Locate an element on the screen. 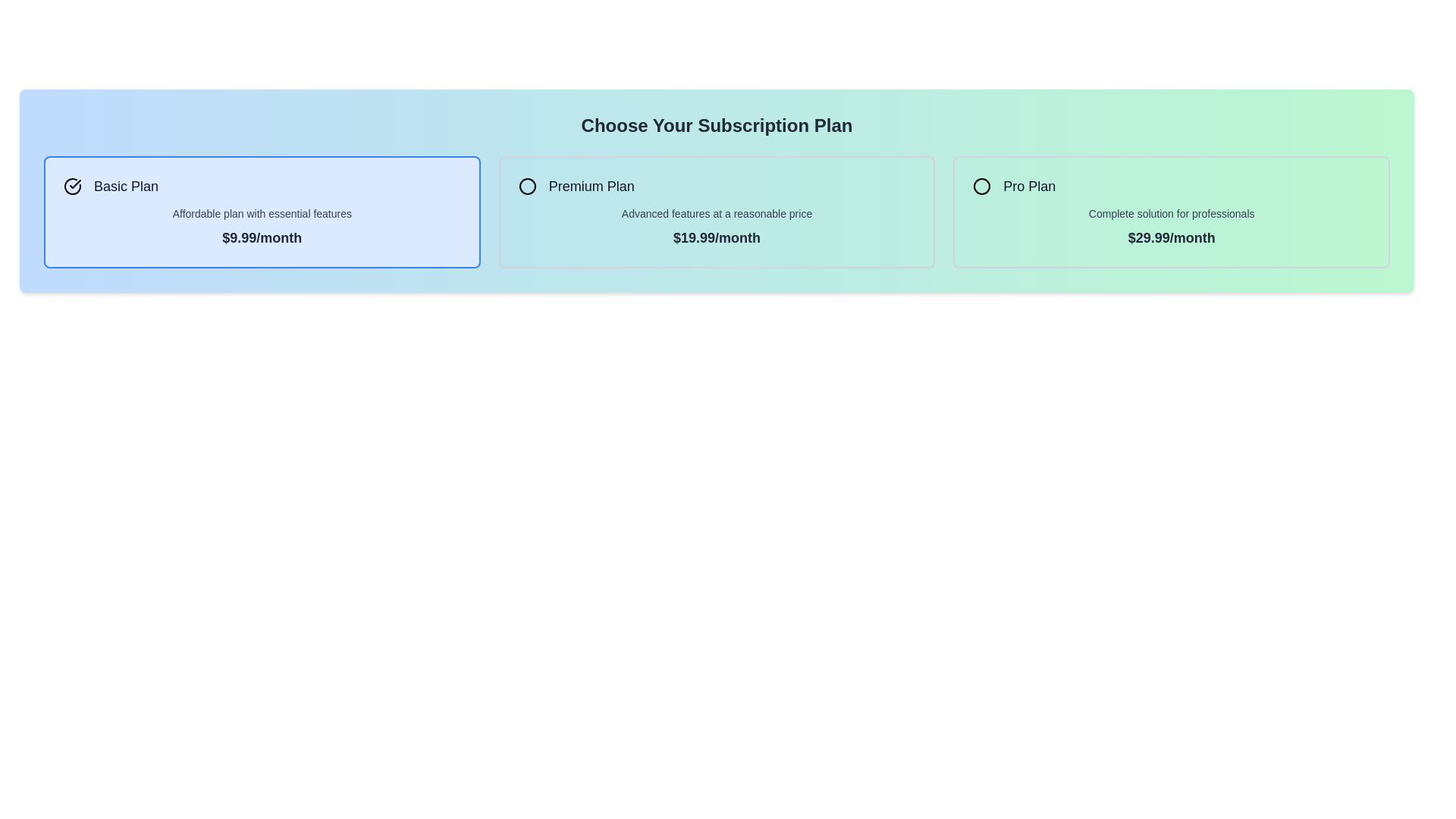 The width and height of the screenshot is (1456, 819). the 'Premium Plan' card which is the second card in a grid of three horizontally aligned cards, identified by its light background, border, bold title, description, and price is located at coordinates (716, 212).